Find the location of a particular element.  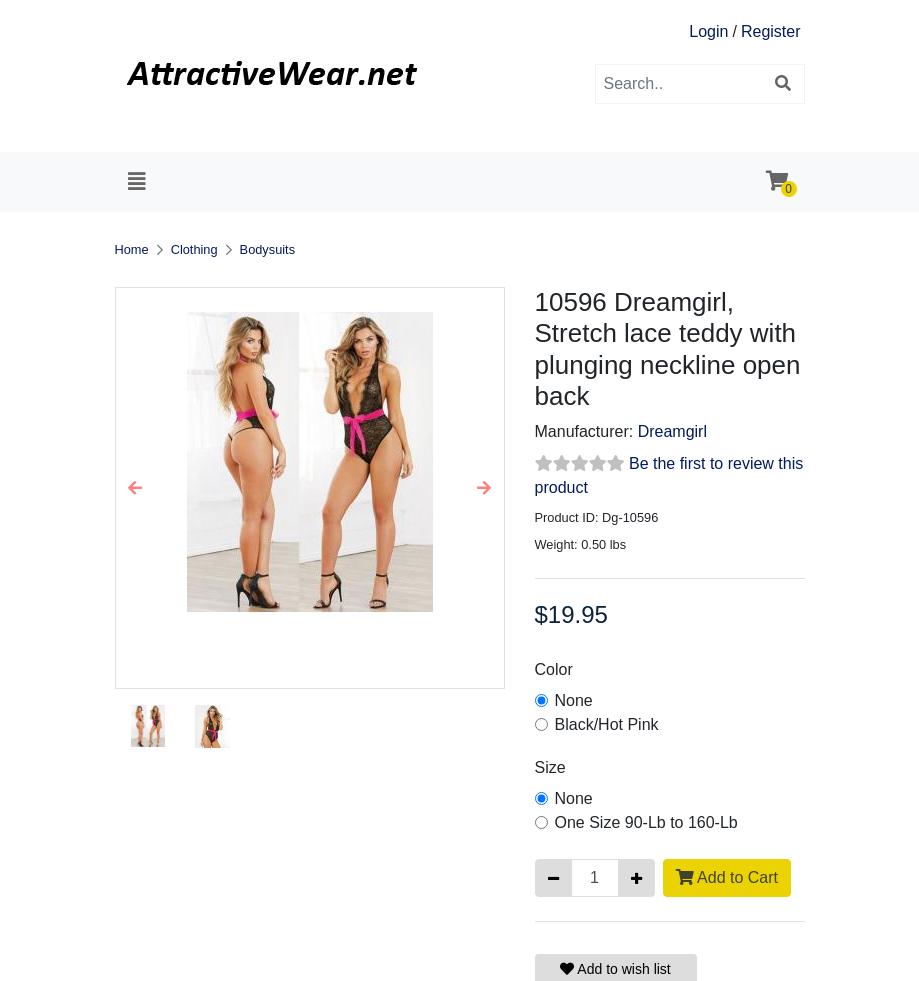

'Home' is located at coordinates (129, 248).